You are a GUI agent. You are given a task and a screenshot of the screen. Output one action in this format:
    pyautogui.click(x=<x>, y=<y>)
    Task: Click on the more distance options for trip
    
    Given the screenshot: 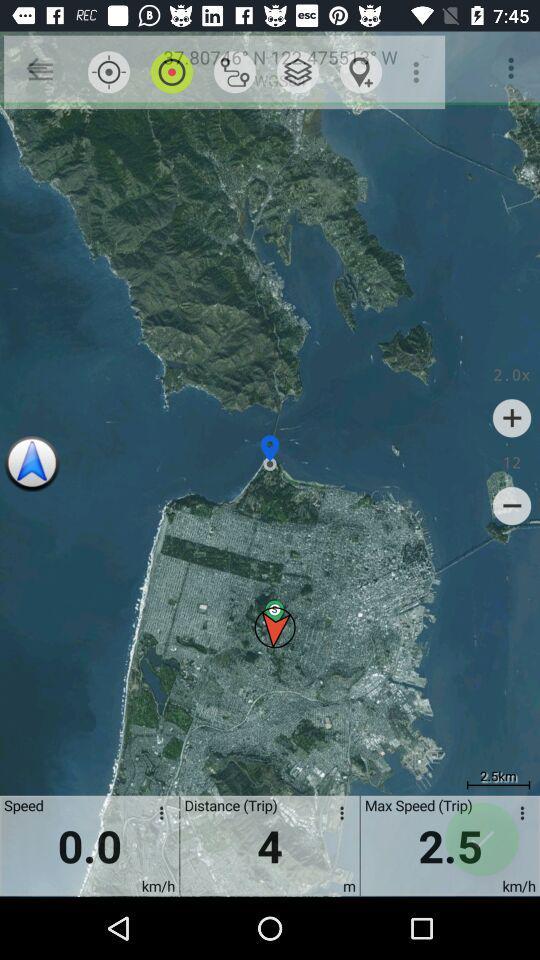 What is the action you would take?
    pyautogui.click(x=337, y=816)
    